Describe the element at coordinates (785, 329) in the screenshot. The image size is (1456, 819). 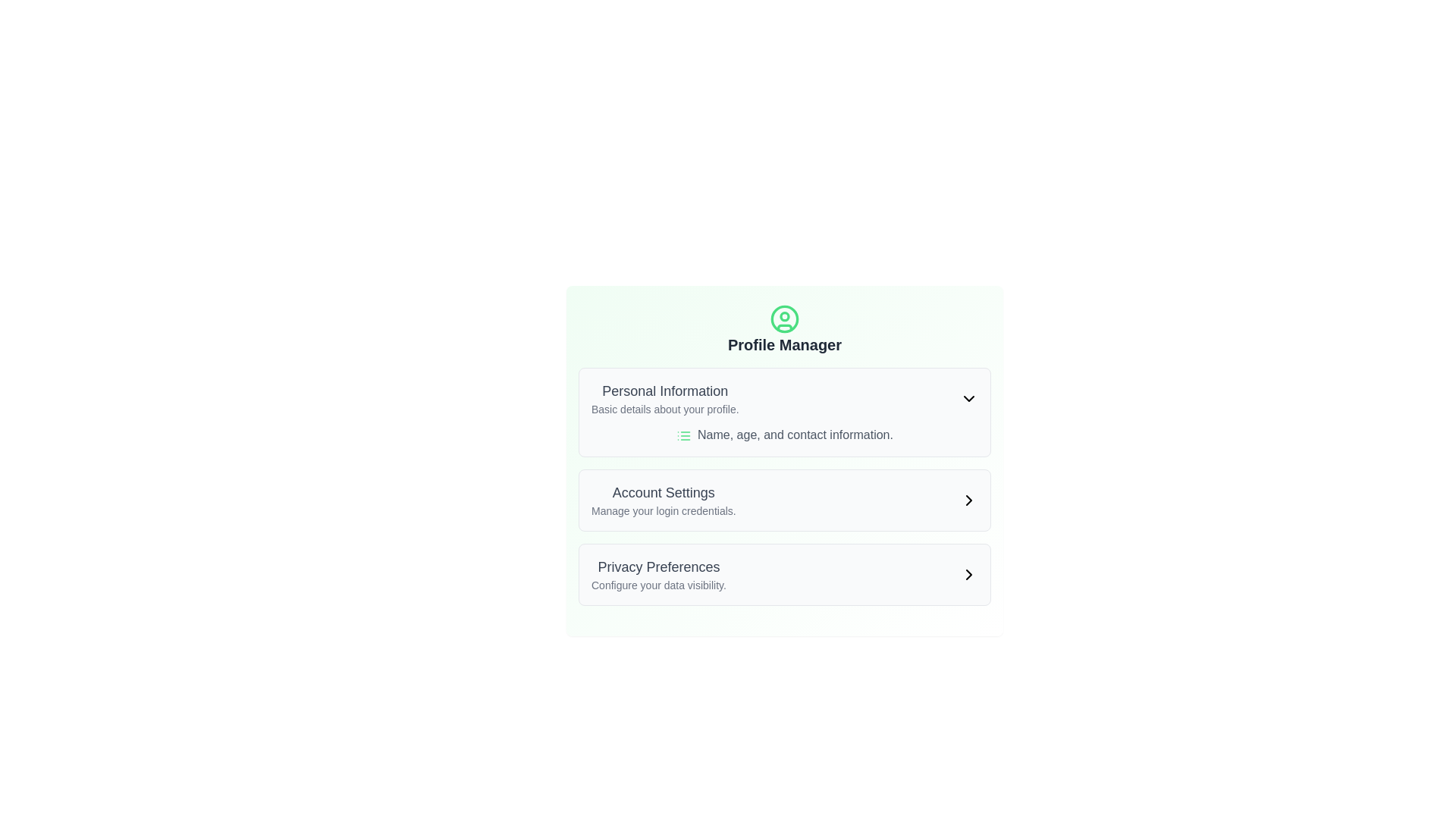
I see `the centered text block displaying 'Profile Manager' with a bold font style` at that location.